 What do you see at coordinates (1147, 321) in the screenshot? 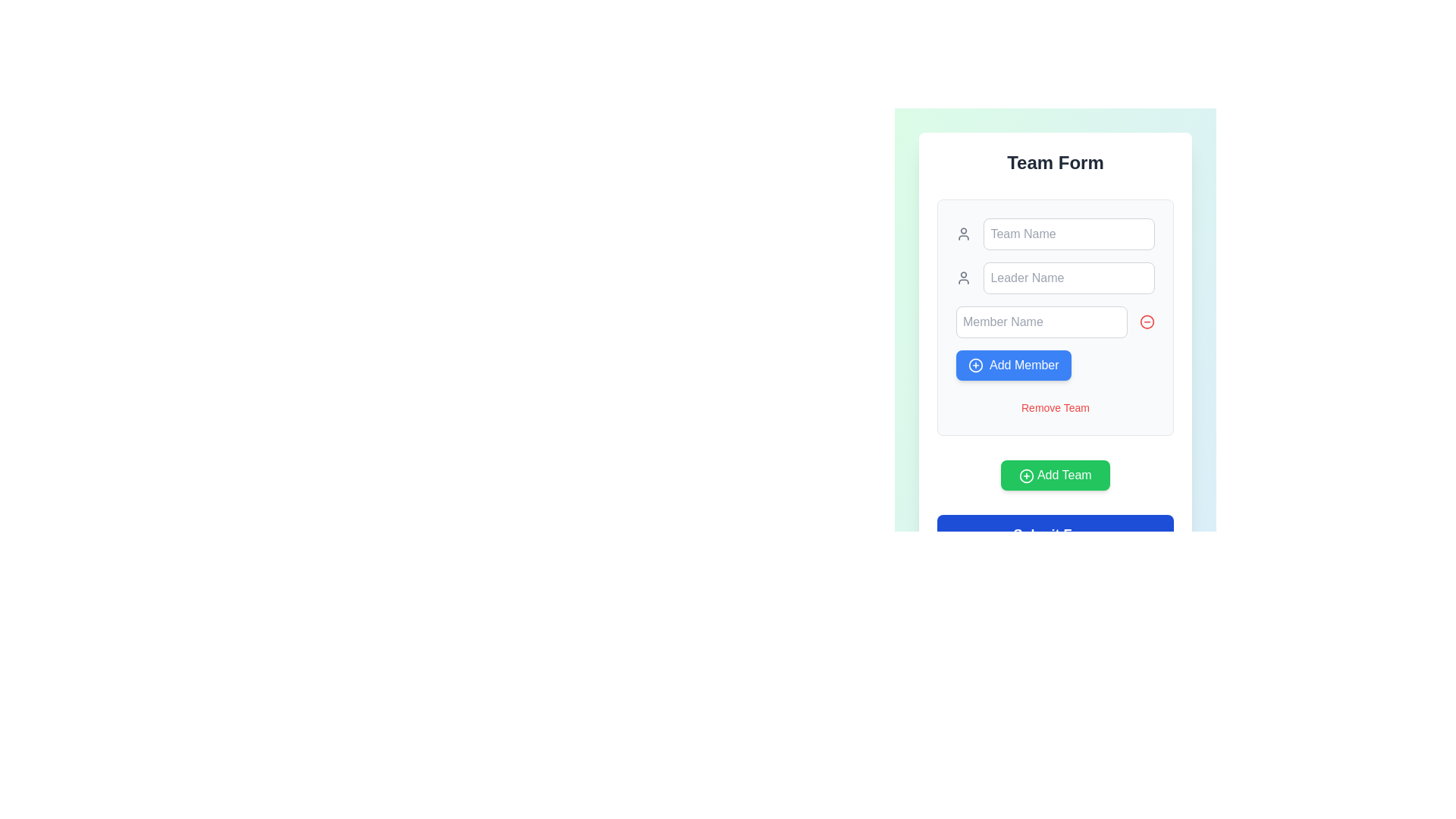
I see `the interactive icon located to the right of the 'Member Name' input field to initiate the removal action` at bounding box center [1147, 321].